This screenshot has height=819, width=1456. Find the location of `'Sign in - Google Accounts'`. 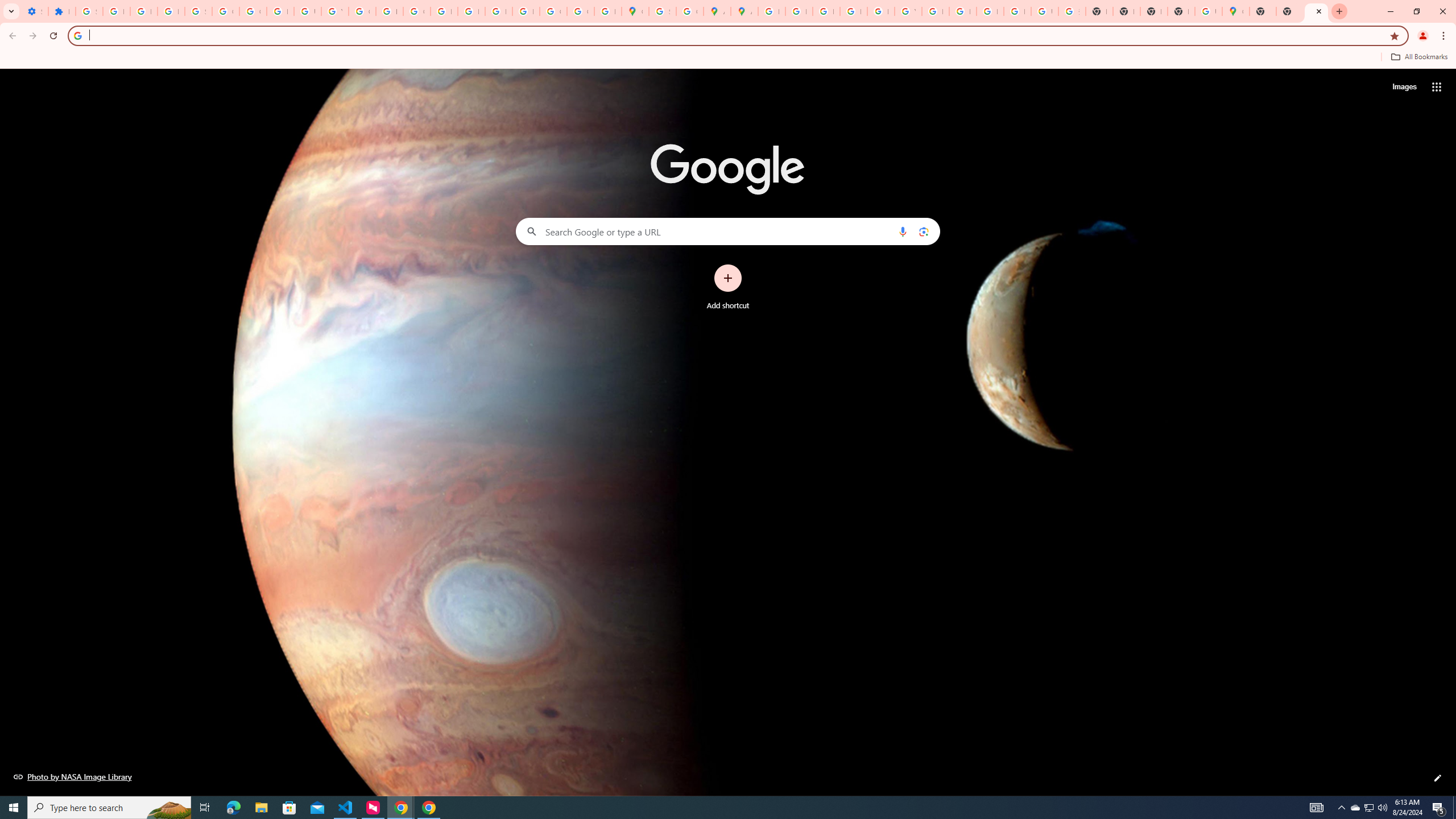

'Sign in - Google Accounts' is located at coordinates (88, 11).